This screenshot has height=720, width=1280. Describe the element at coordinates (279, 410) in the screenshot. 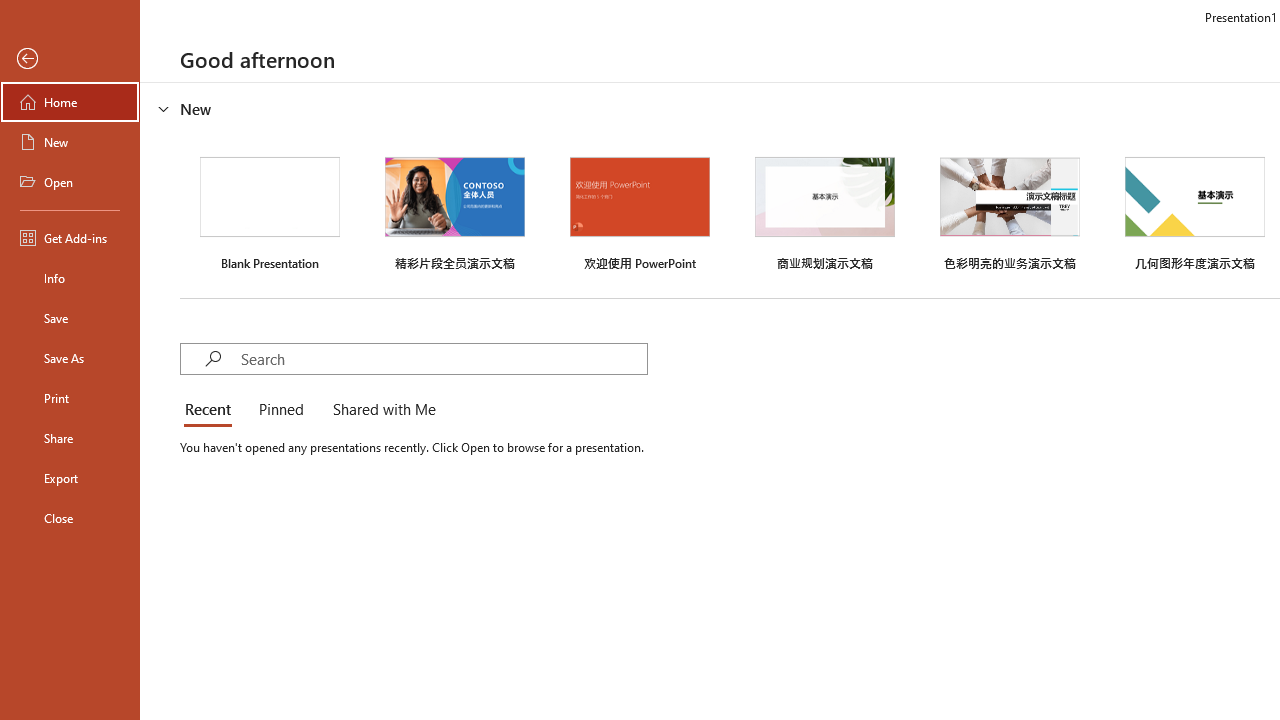

I see `'Pinned'` at that location.